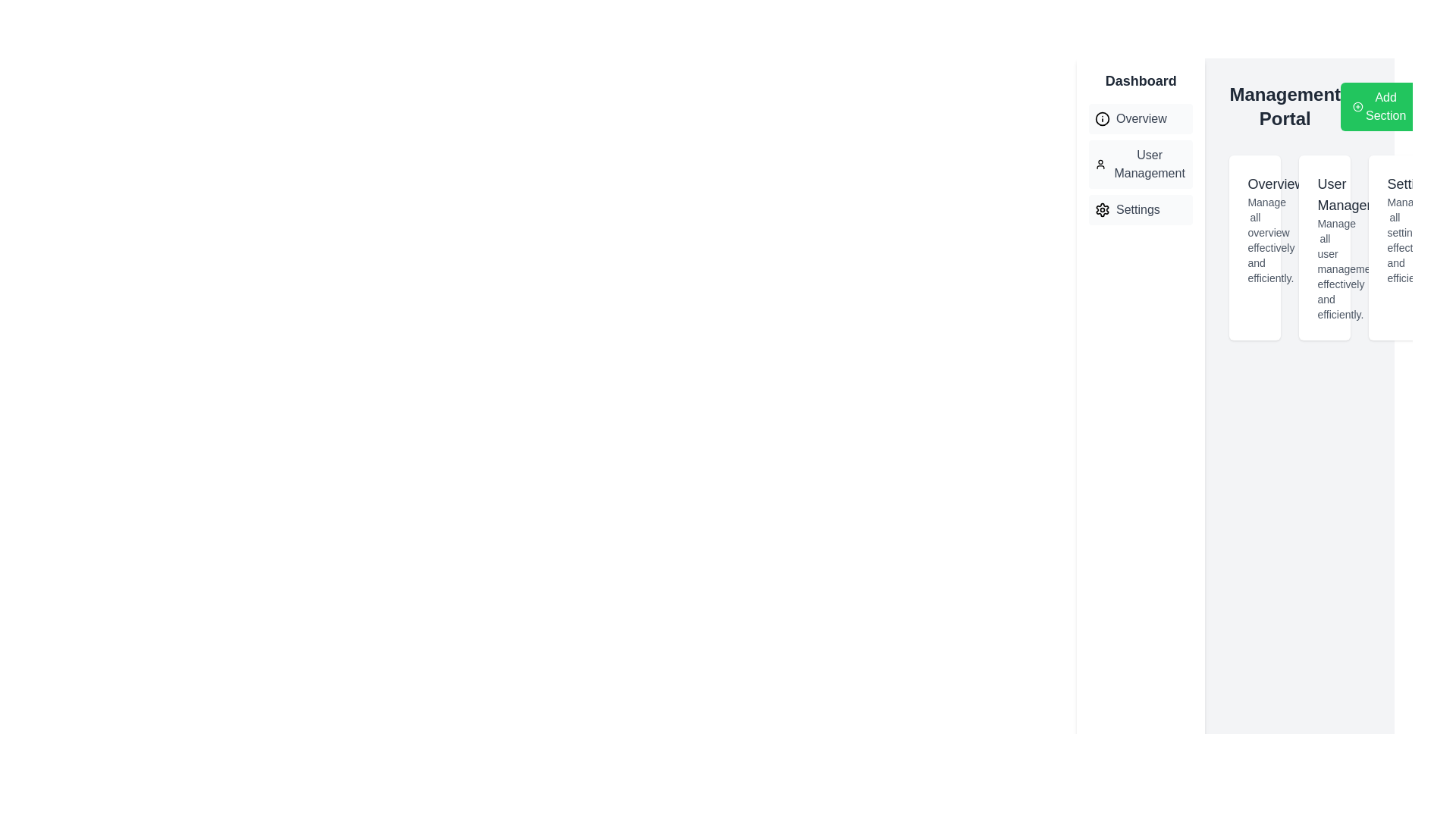  I want to click on the 'Settings' text label, which is dark gray and styled in a sans-serif font, located in the left sidebar of the interface, so click(1137, 210).